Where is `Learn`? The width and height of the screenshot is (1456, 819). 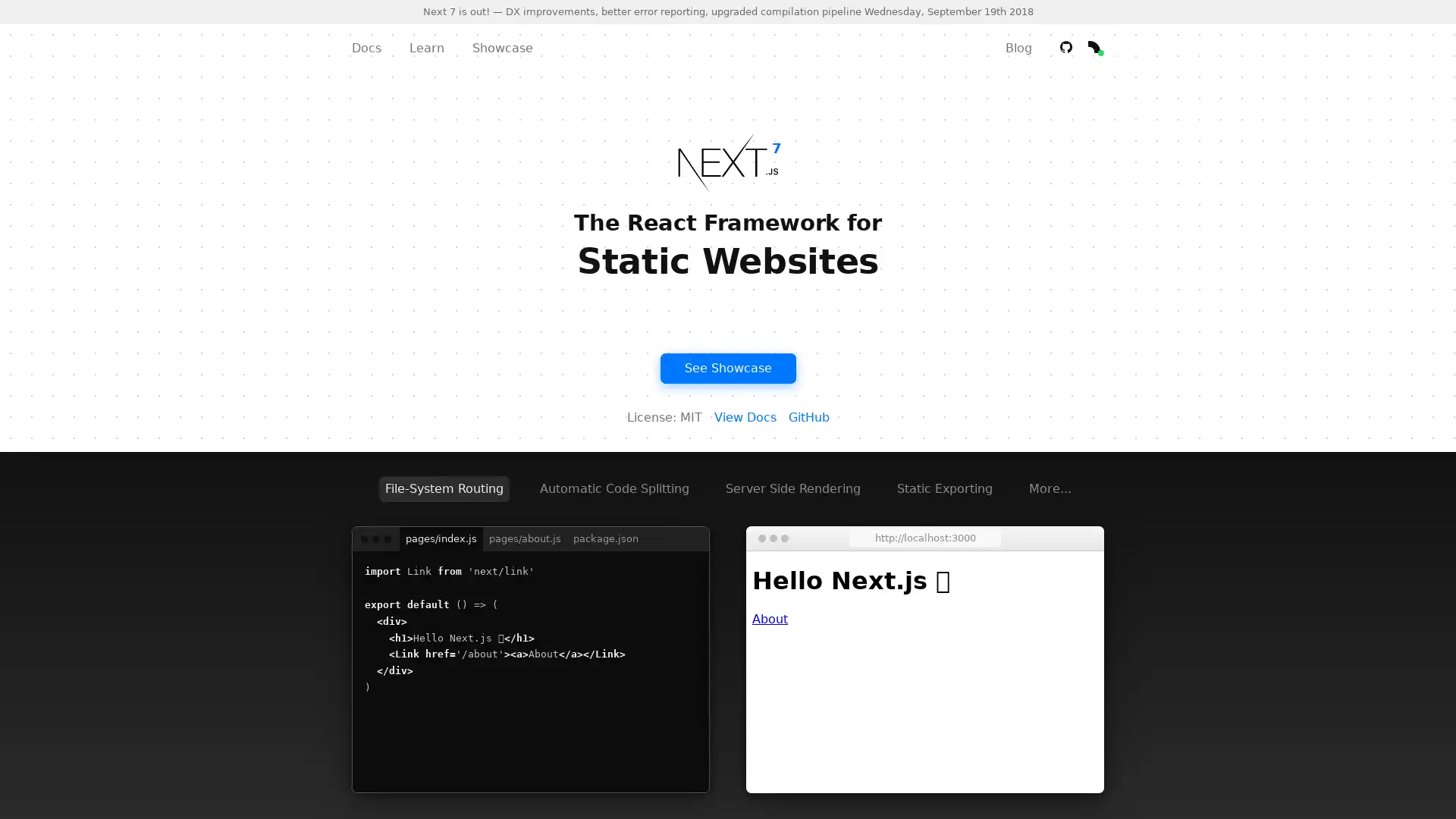 Learn is located at coordinates (425, 47).